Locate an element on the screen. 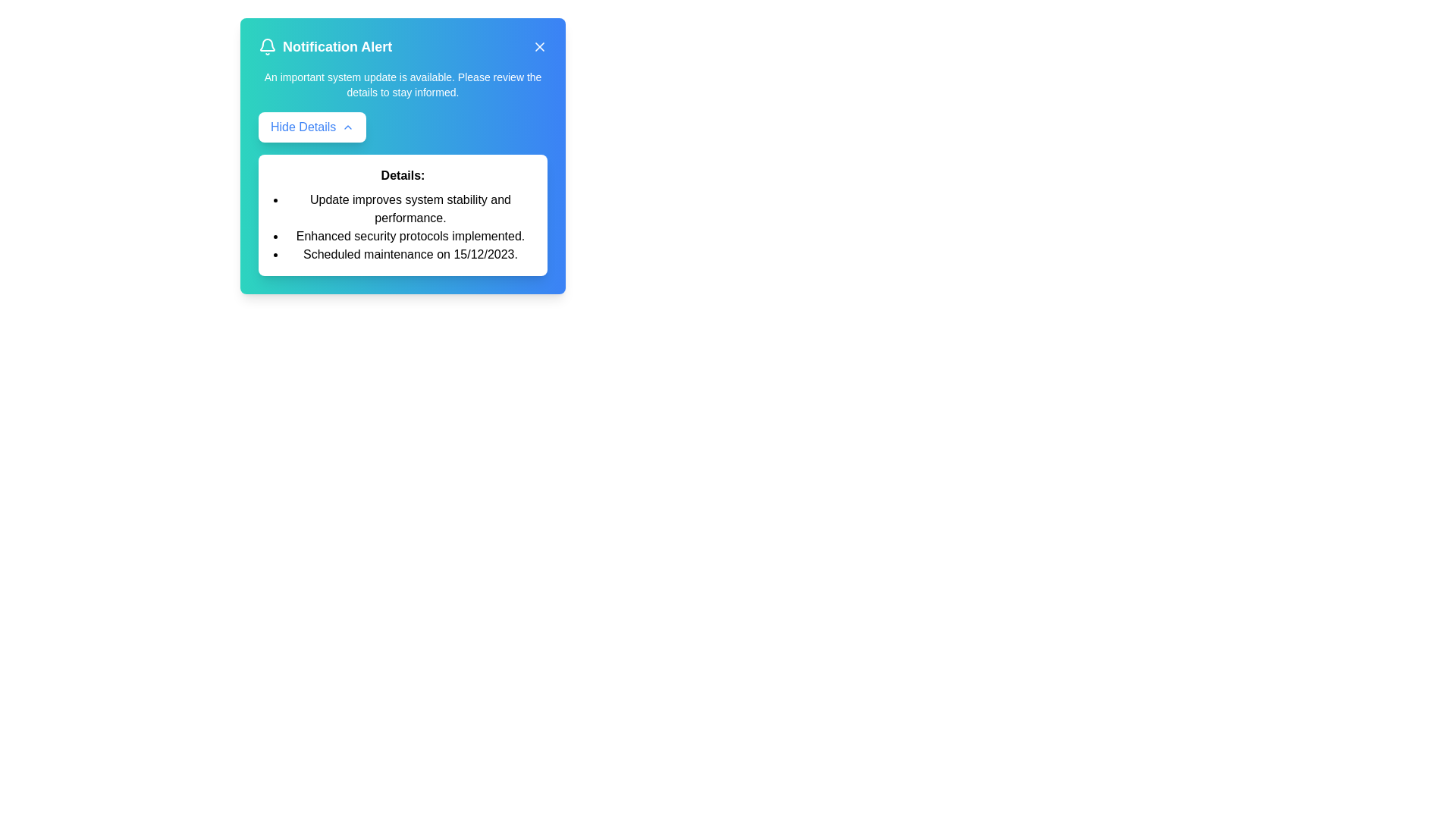 The height and width of the screenshot is (819, 1456). the 'Hide Details' button to collapse the details section is located at coordinates (312, 127).